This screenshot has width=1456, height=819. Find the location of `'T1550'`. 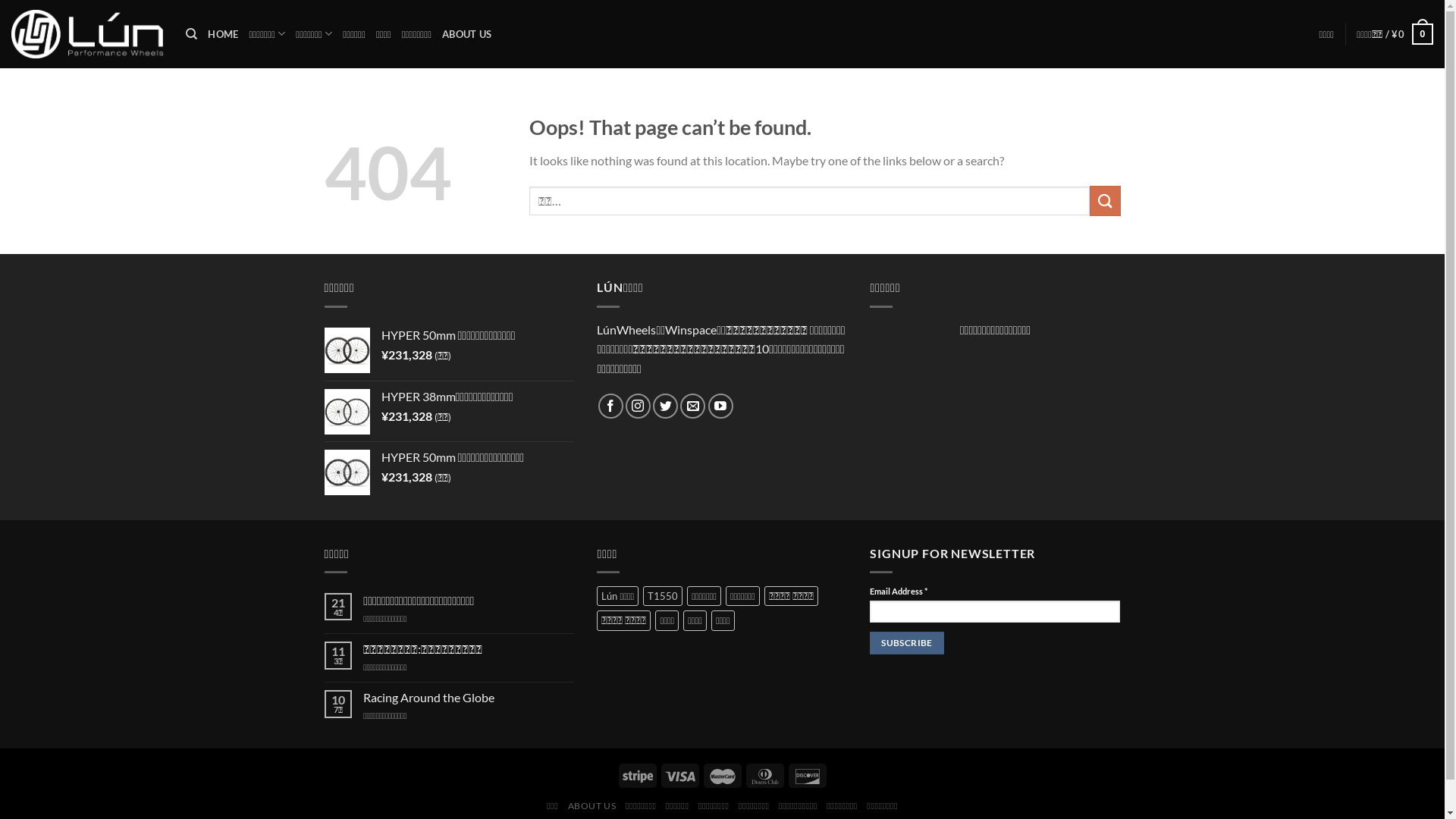

'T1550' is located at coordinates (662, 595).